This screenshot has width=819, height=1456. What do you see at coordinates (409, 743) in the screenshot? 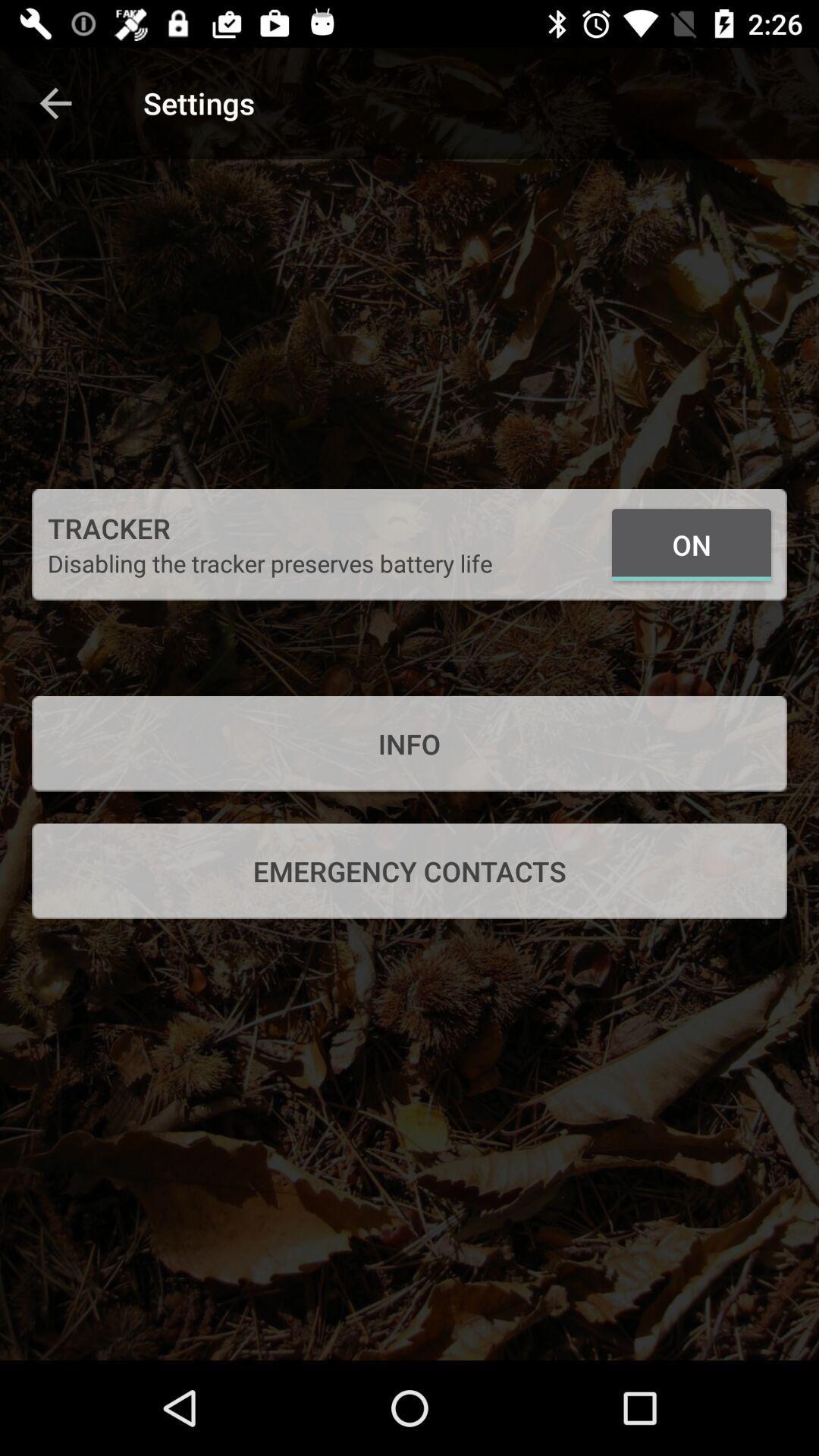
I see `the info item` at bounding box center [409, 743].